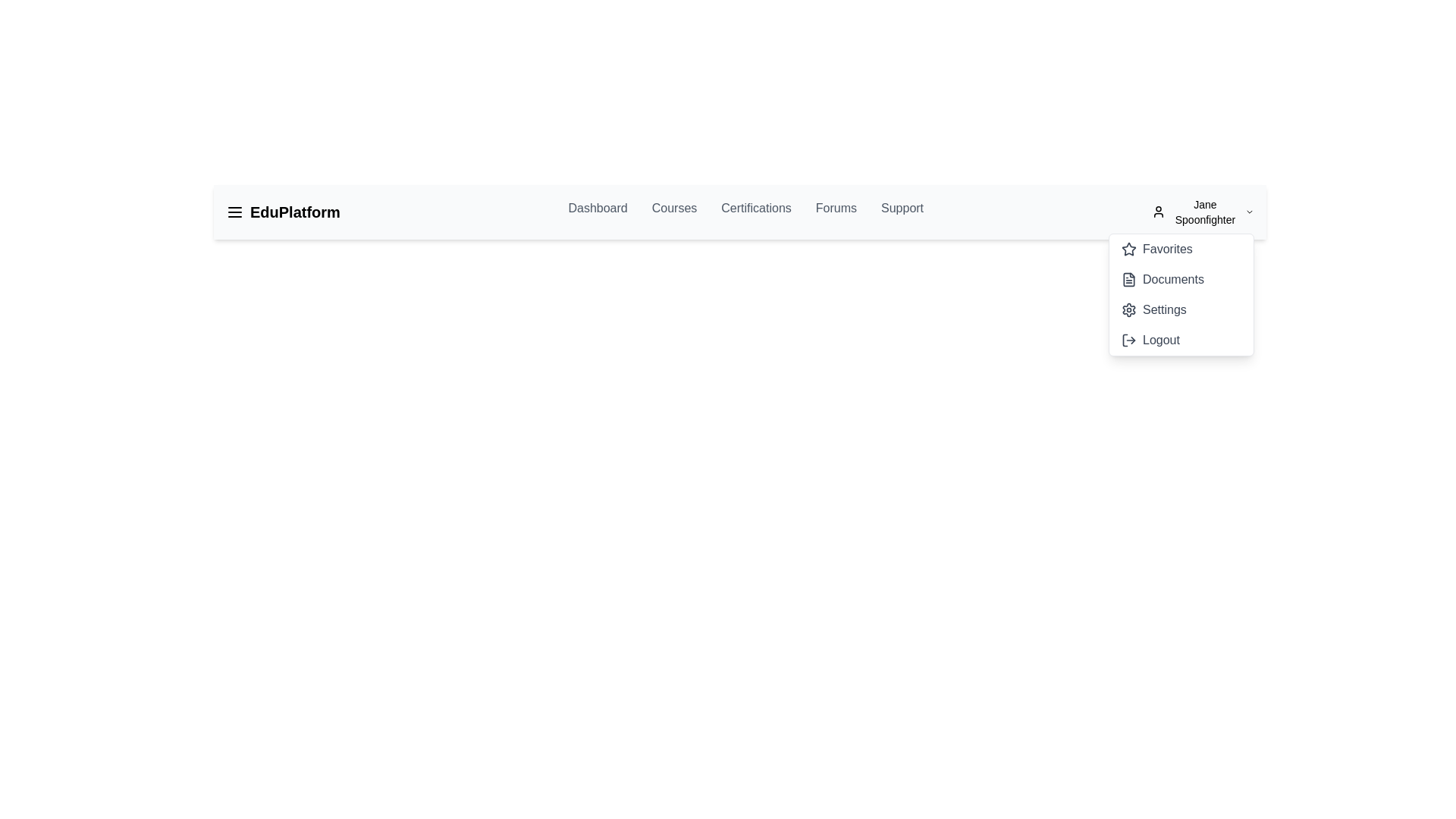  What do you see at coordinates (835, 212) in the screenshot?
I see `the 'Forums' hyperlink in the navigation bar` at bounding box center [835, 212].